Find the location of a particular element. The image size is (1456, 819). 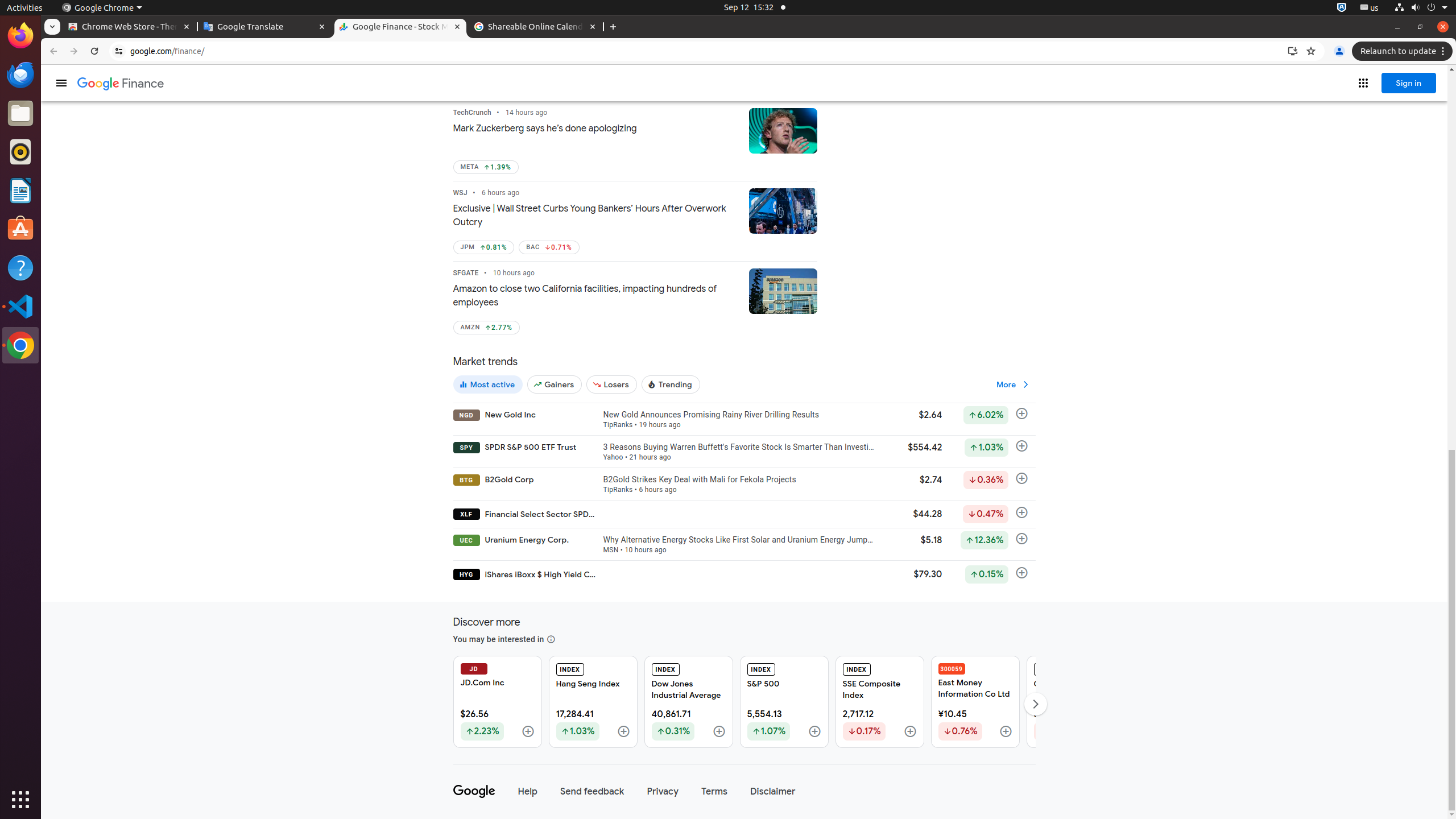

'Relaunch to update' is located at coordinates (1403, 51).